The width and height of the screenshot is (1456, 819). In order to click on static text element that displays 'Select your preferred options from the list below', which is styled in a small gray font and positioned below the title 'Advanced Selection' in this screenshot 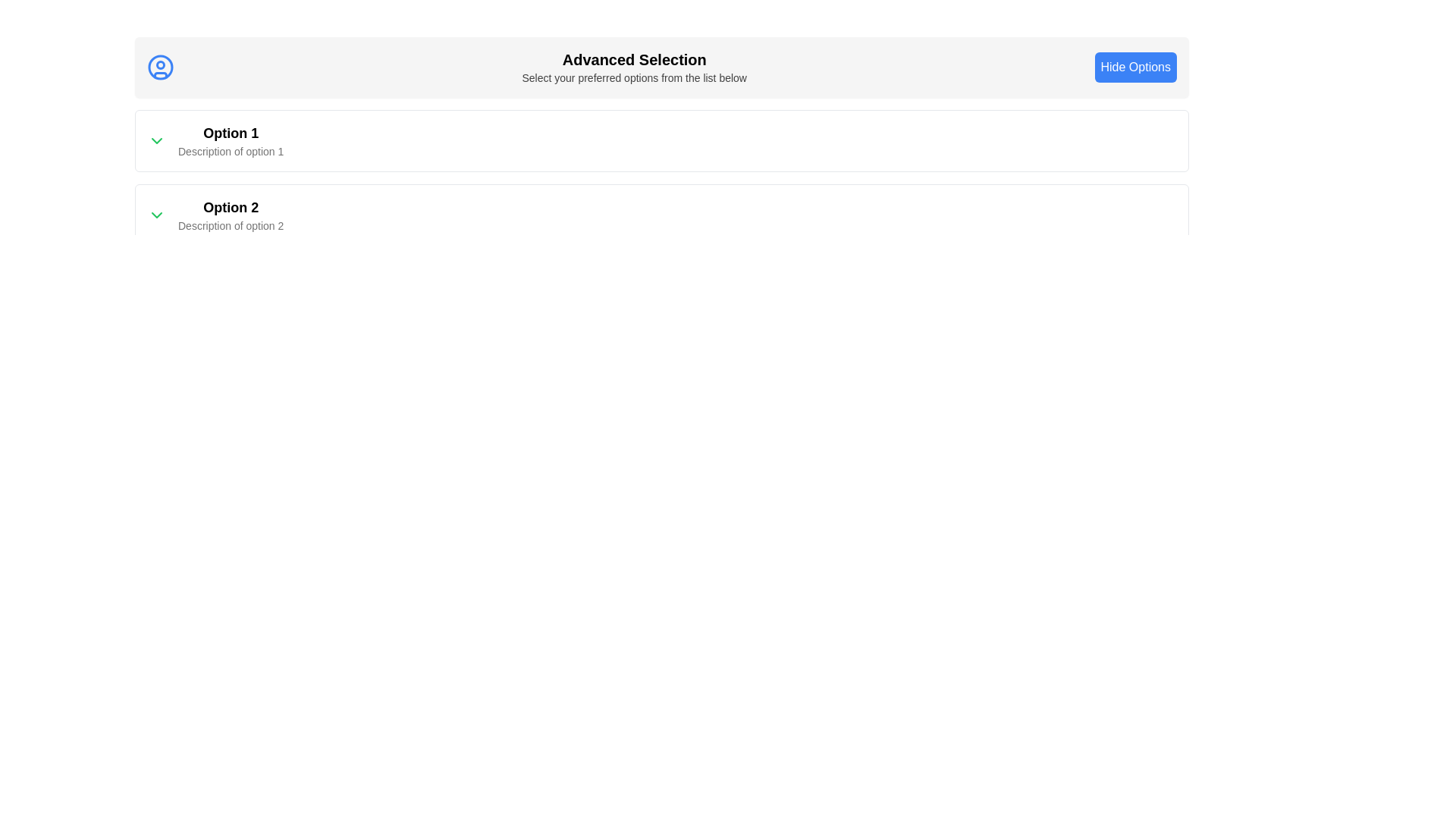, I will do `click(634, 78)`.